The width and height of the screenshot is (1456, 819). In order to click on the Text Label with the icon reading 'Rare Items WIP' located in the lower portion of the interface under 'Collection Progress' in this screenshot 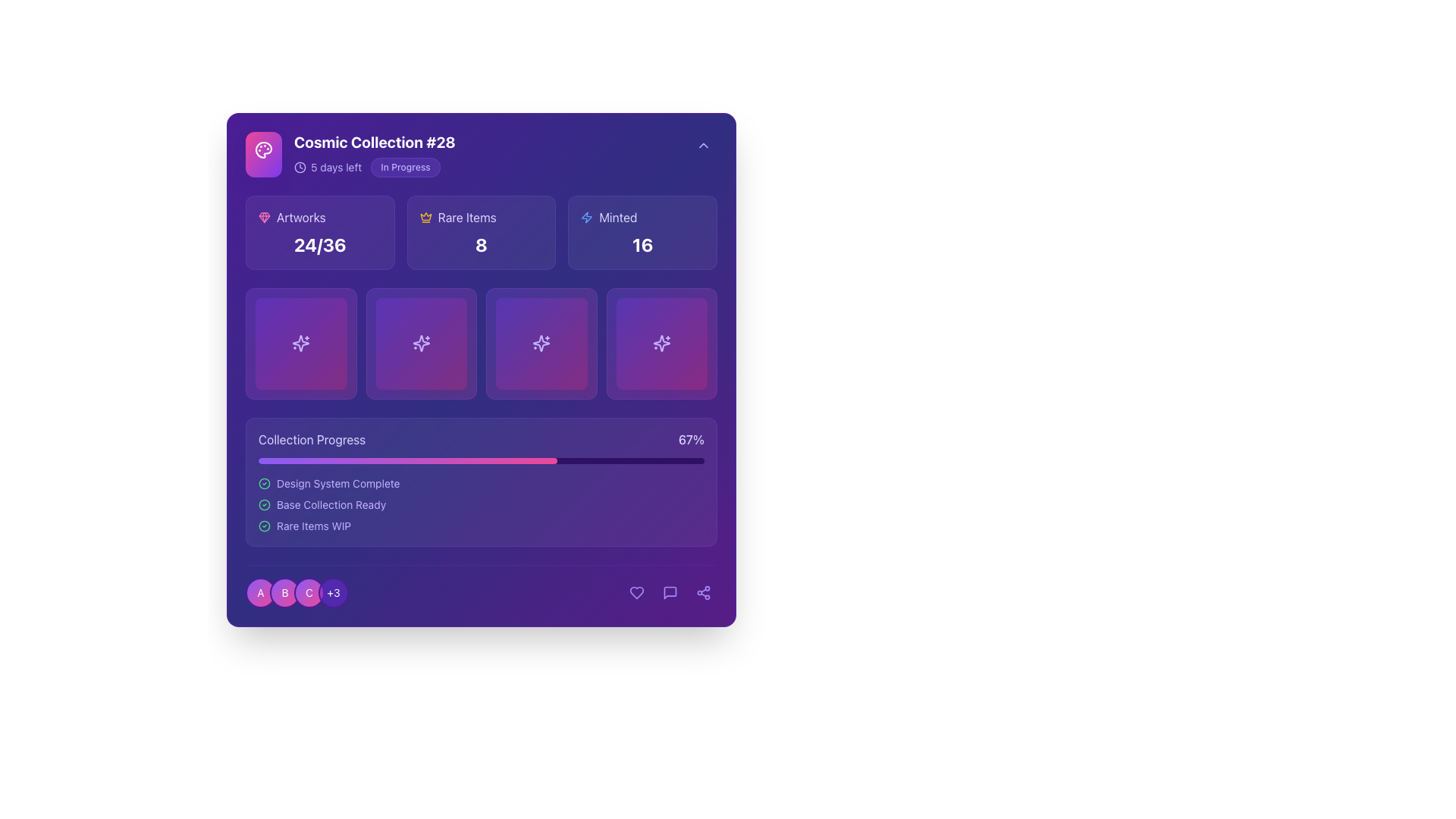, I will do `click(480, 525)`.